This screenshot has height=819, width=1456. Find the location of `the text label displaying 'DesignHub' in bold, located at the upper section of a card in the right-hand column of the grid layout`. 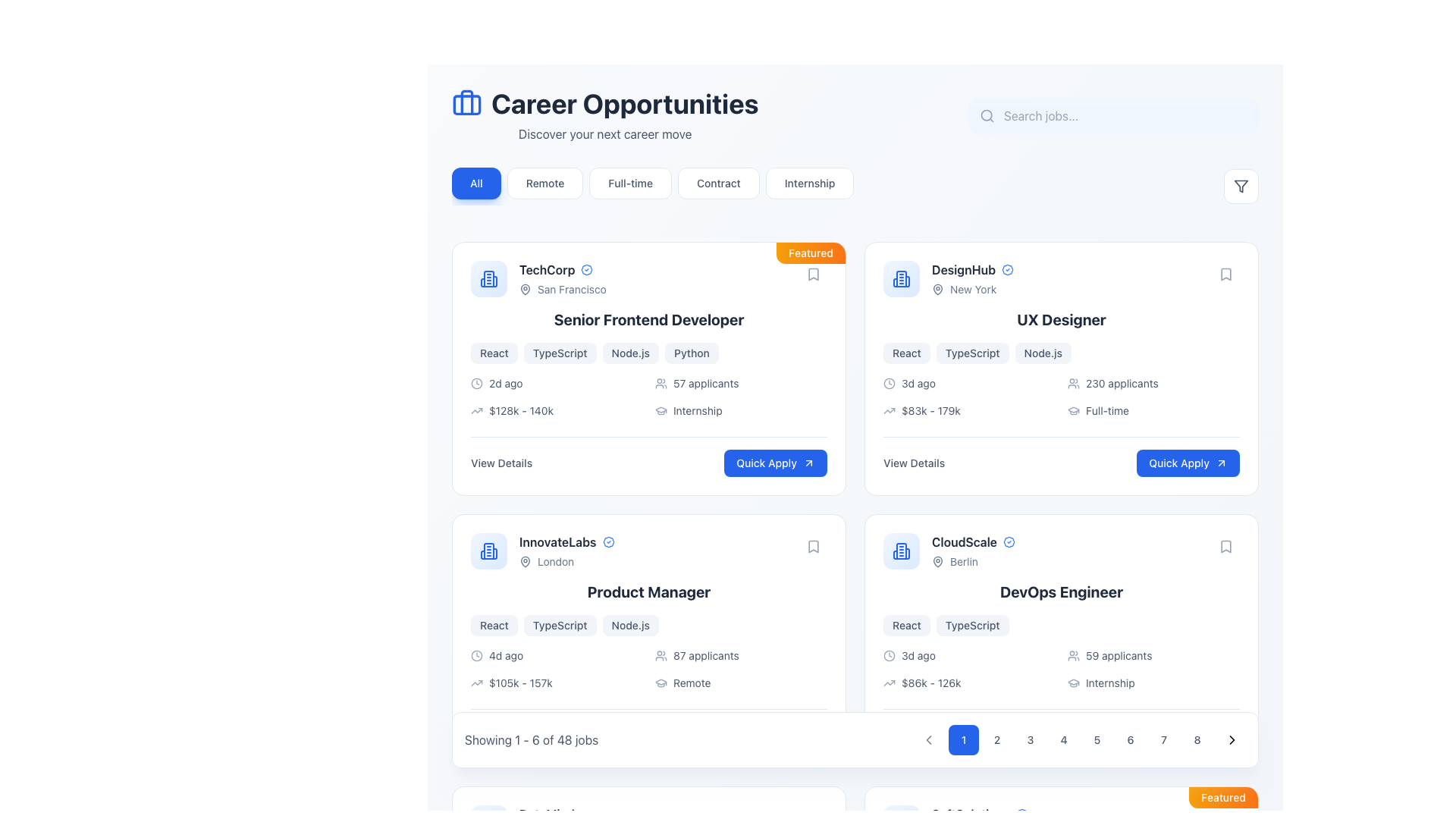

the text label displaying 'DesignHub' in bold, located at the upper section of a card in the right-hand column of the grid layout is located at coordinates (963, 268).